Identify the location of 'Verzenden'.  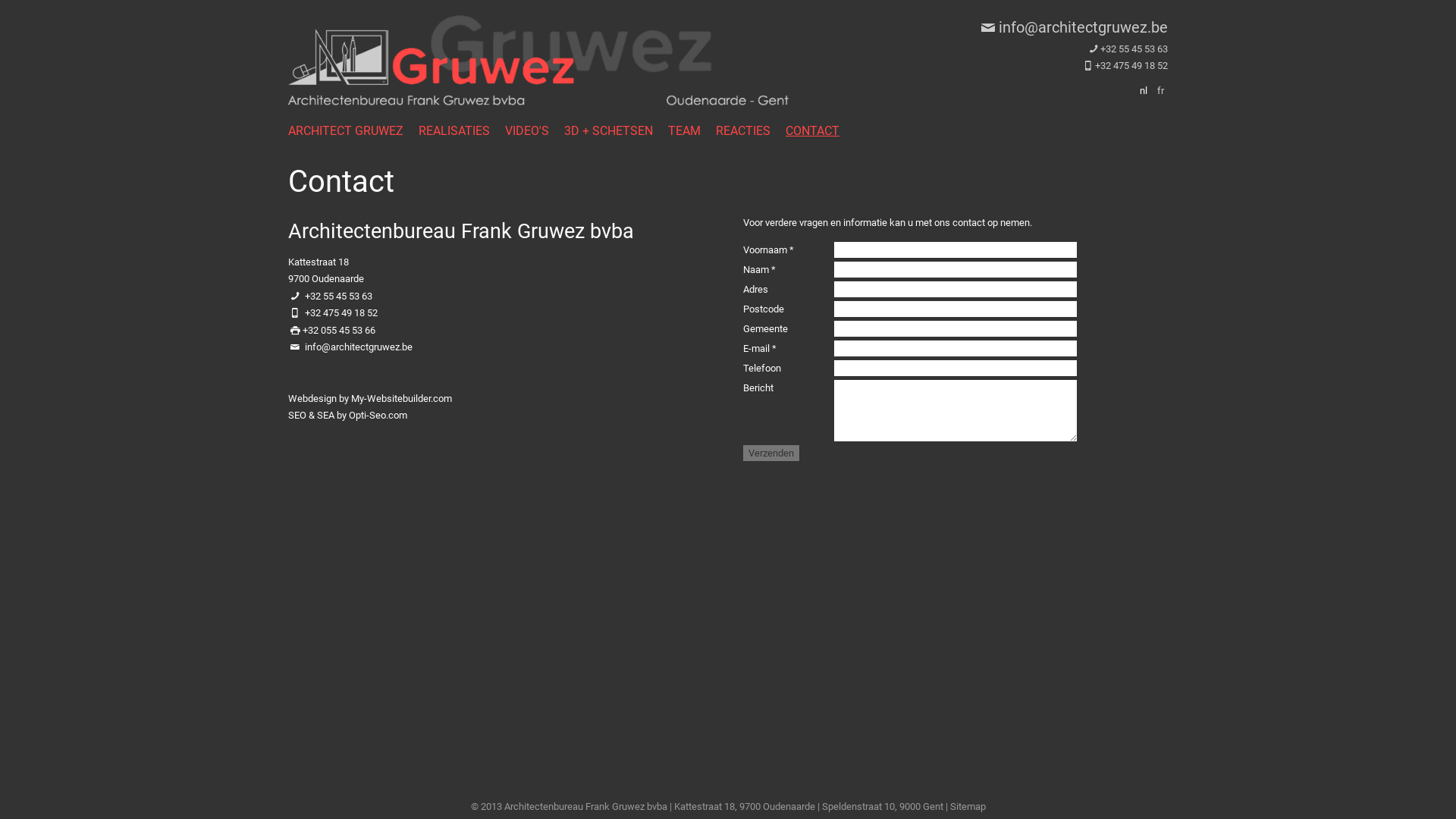
(771, 452).